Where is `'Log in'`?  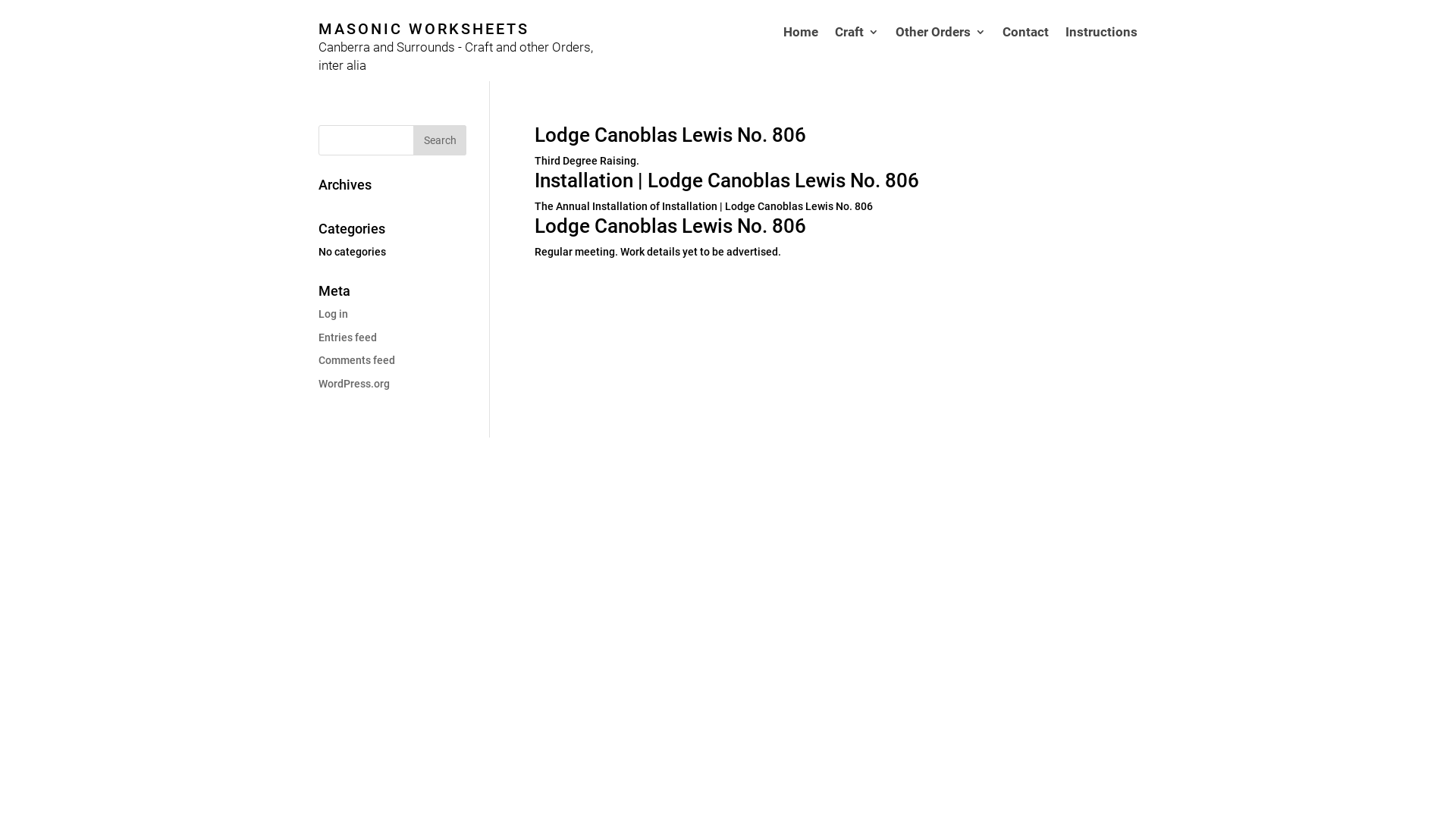 'Log in' is located at coordinates (332, 312).